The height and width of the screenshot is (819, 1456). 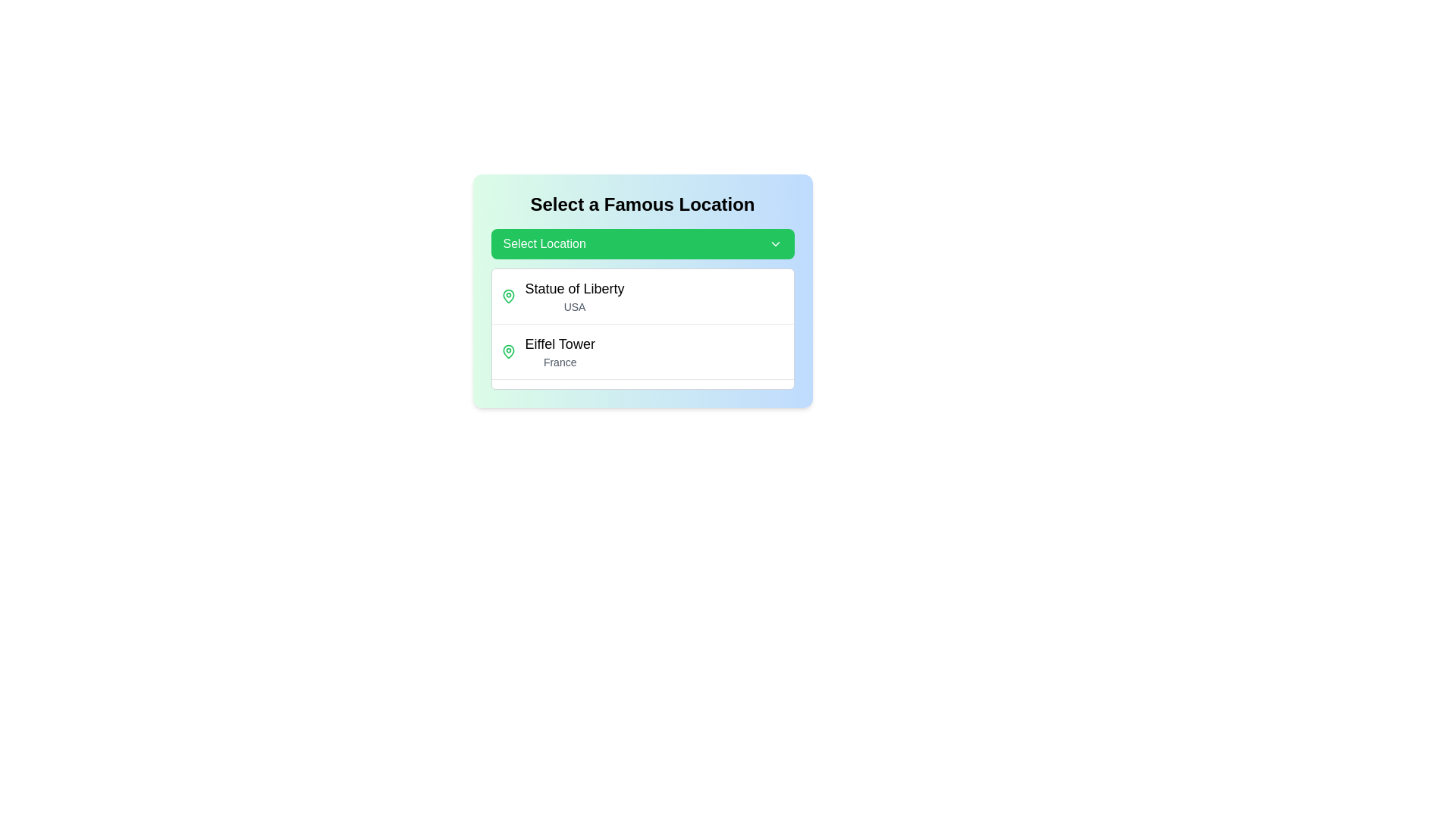 I want to click on text label displaying 'France' which is positioned below 'Eiffel Tower' in a small gray font, so click(x=559, y=362).